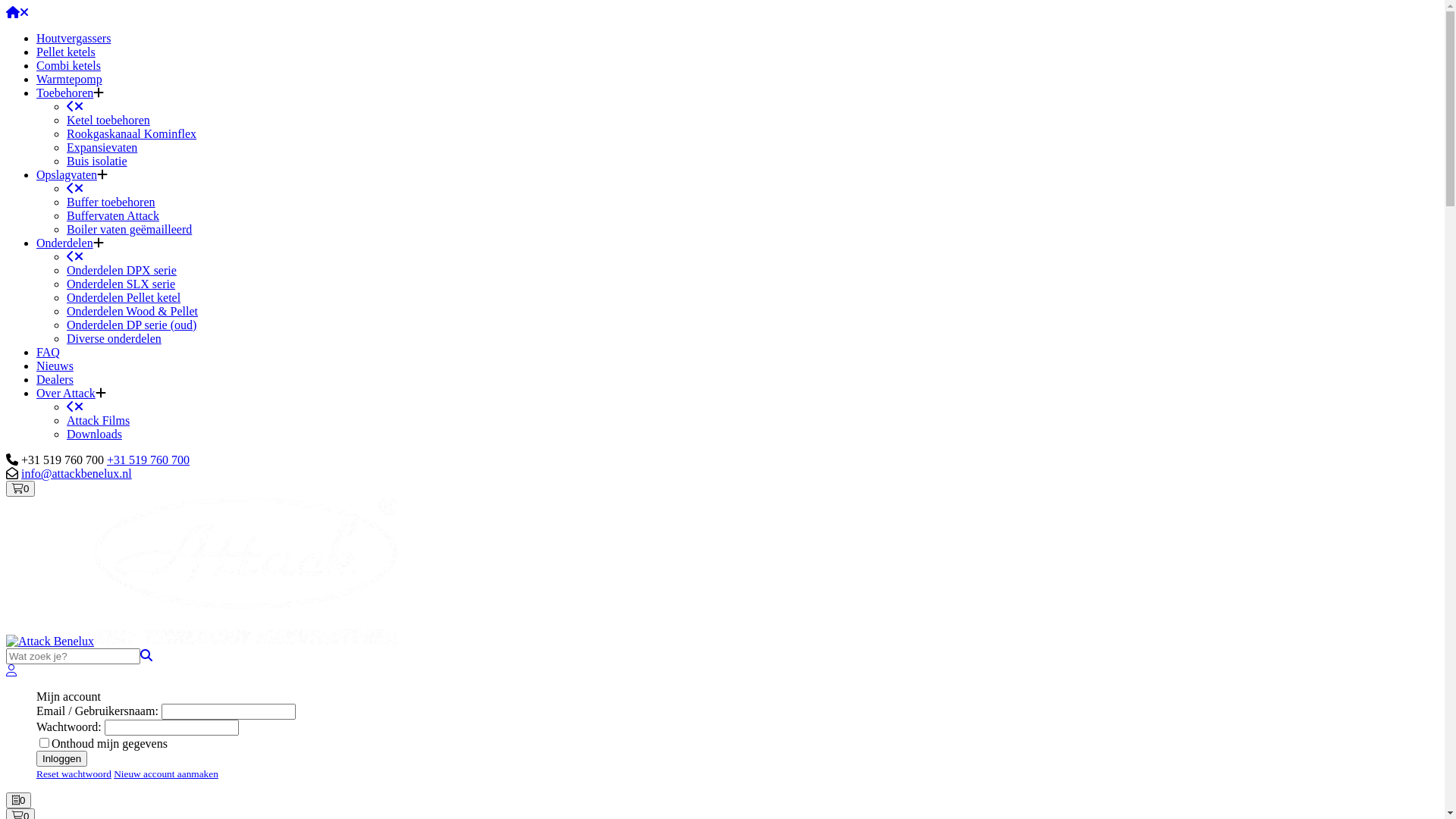 Image resolution: width=1456 pixels, height=819 pixels. Describe the element at coordinates (67, 64) in the screenshot. I see `'Combi ketels'` at that location.